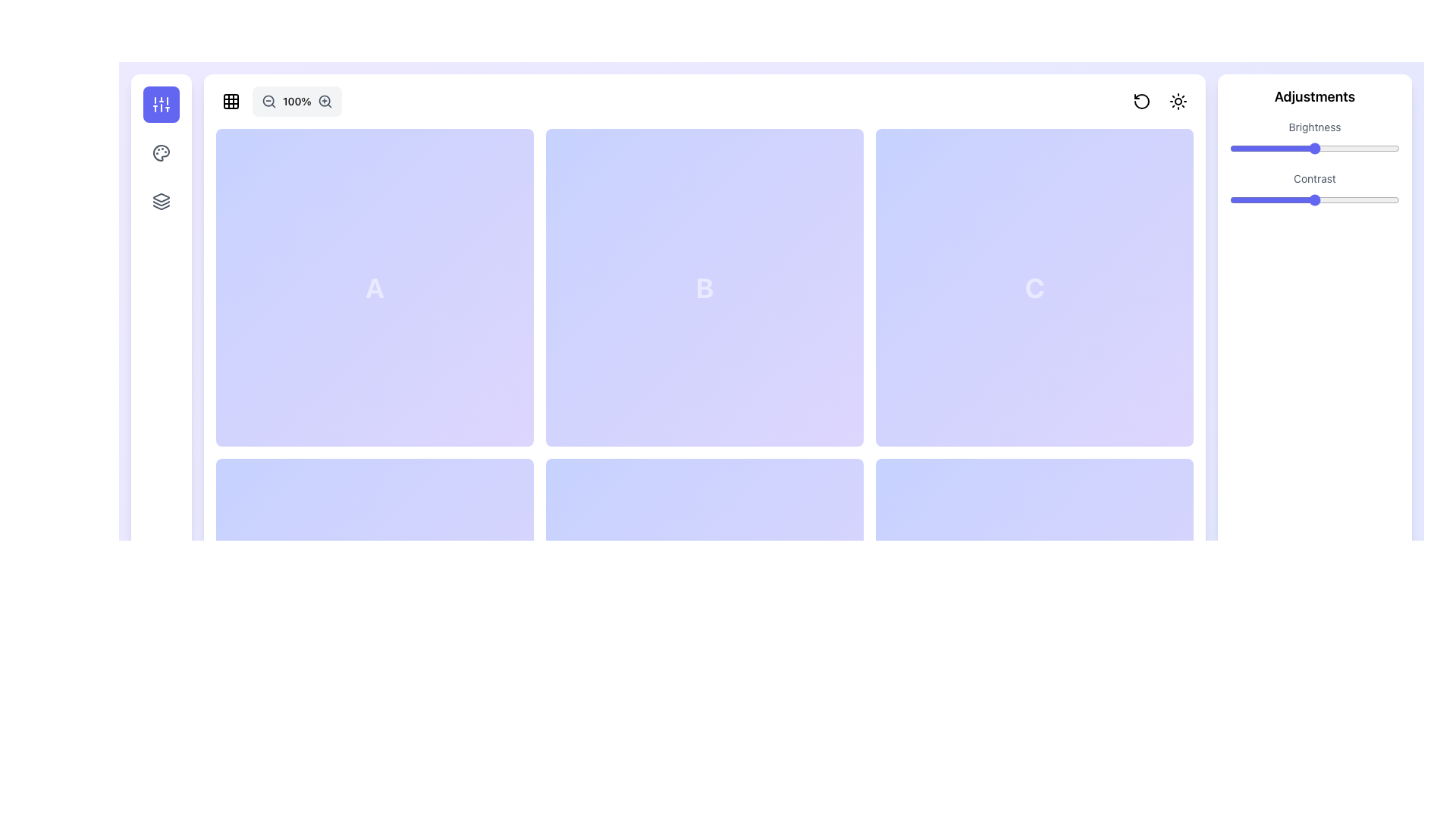 This screenshot has height=819, width=1456. Describe the element at coordinates (161, 152) in the screenshot. I see `the second button in the vertical series of three buttons located in the sidebar on the left-hand side of the interface, which features a gray color and an icon representing a palette, to change its background color` at that location.